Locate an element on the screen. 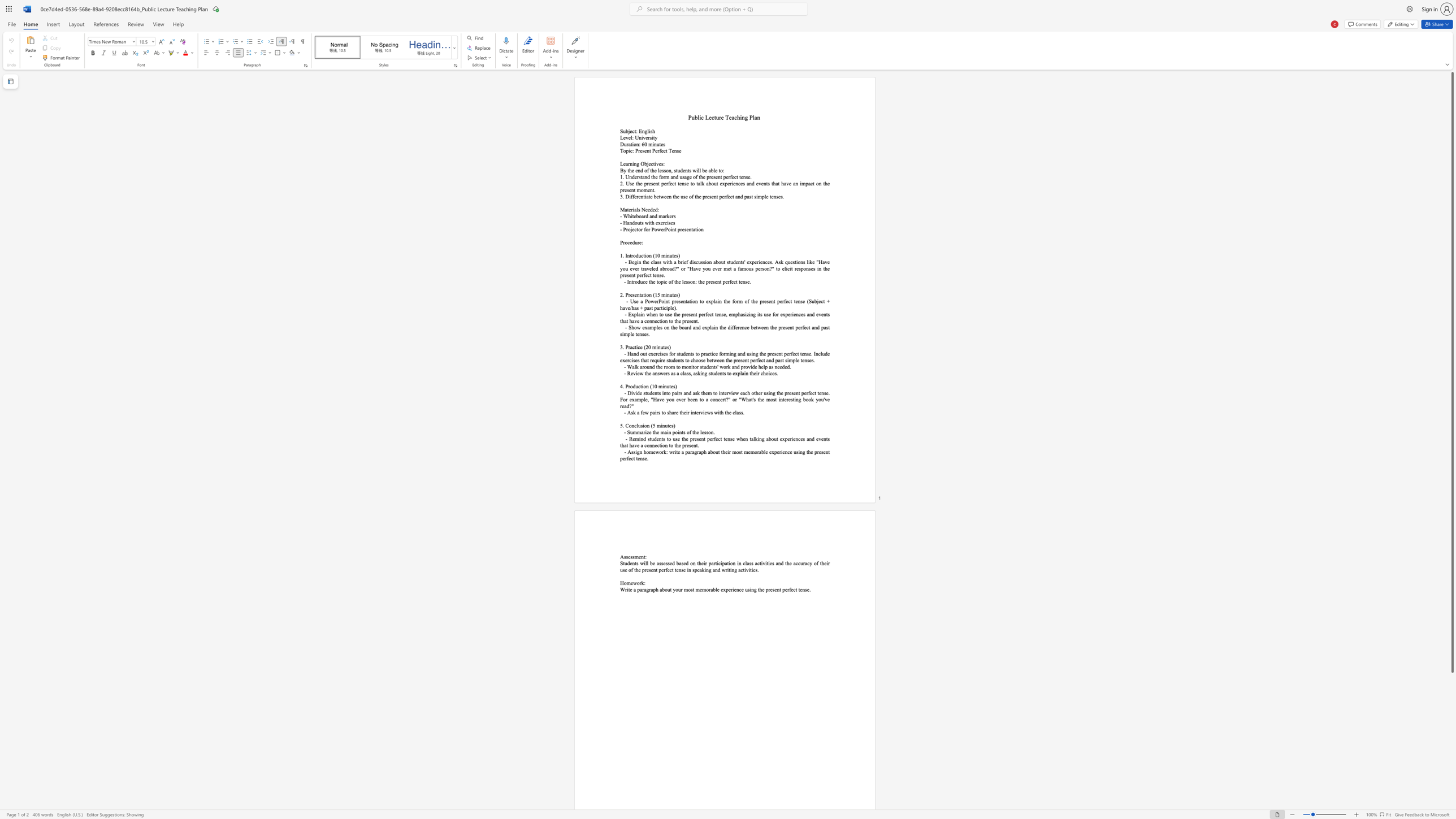 Image resolution: width=1456 pixels, height=819 pixels. the 4th character "o" in the text is located at coordinates (679, 366).